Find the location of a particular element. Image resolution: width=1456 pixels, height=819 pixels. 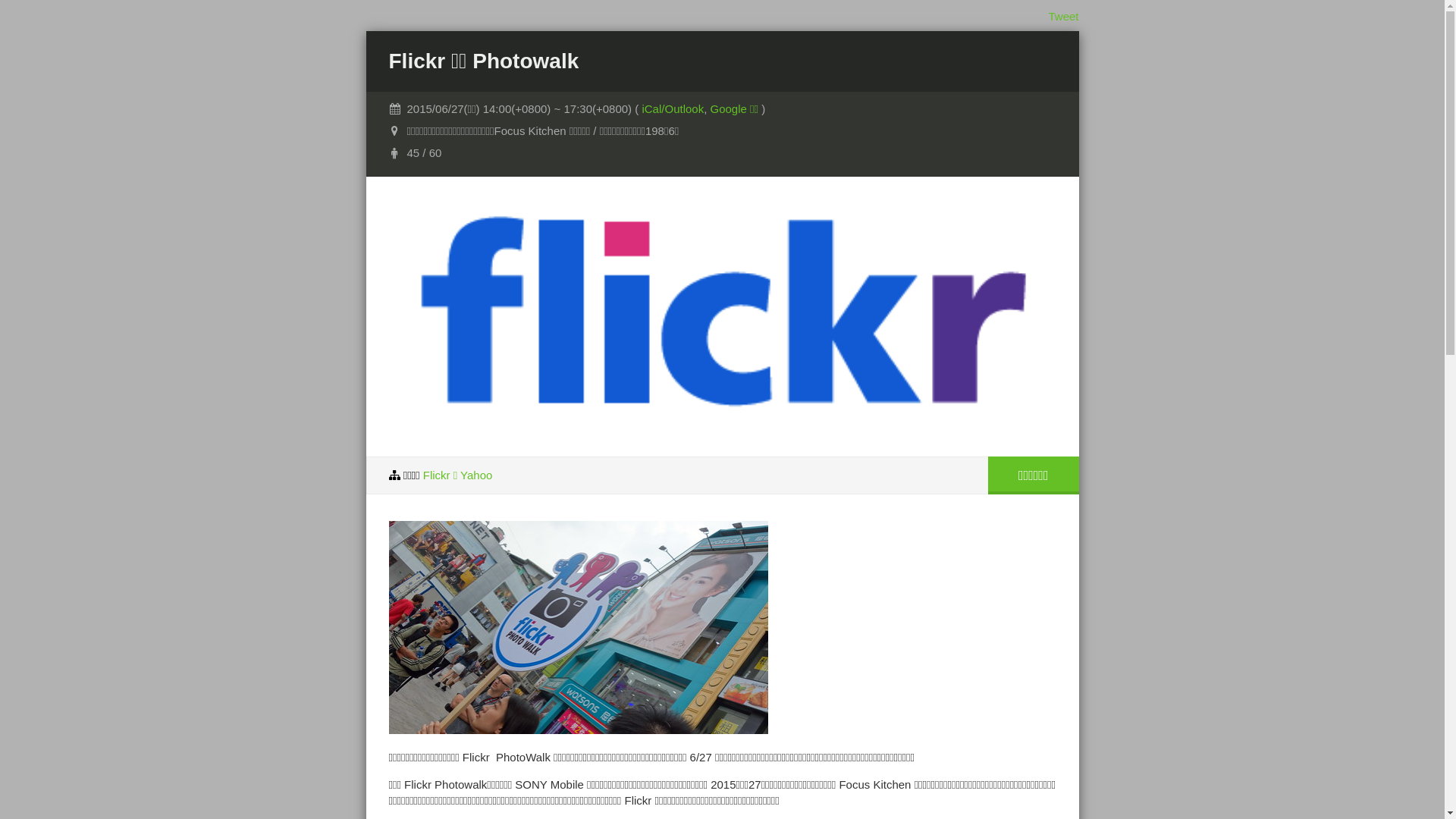

'Tweet' is located at coordinates (1062, 16).